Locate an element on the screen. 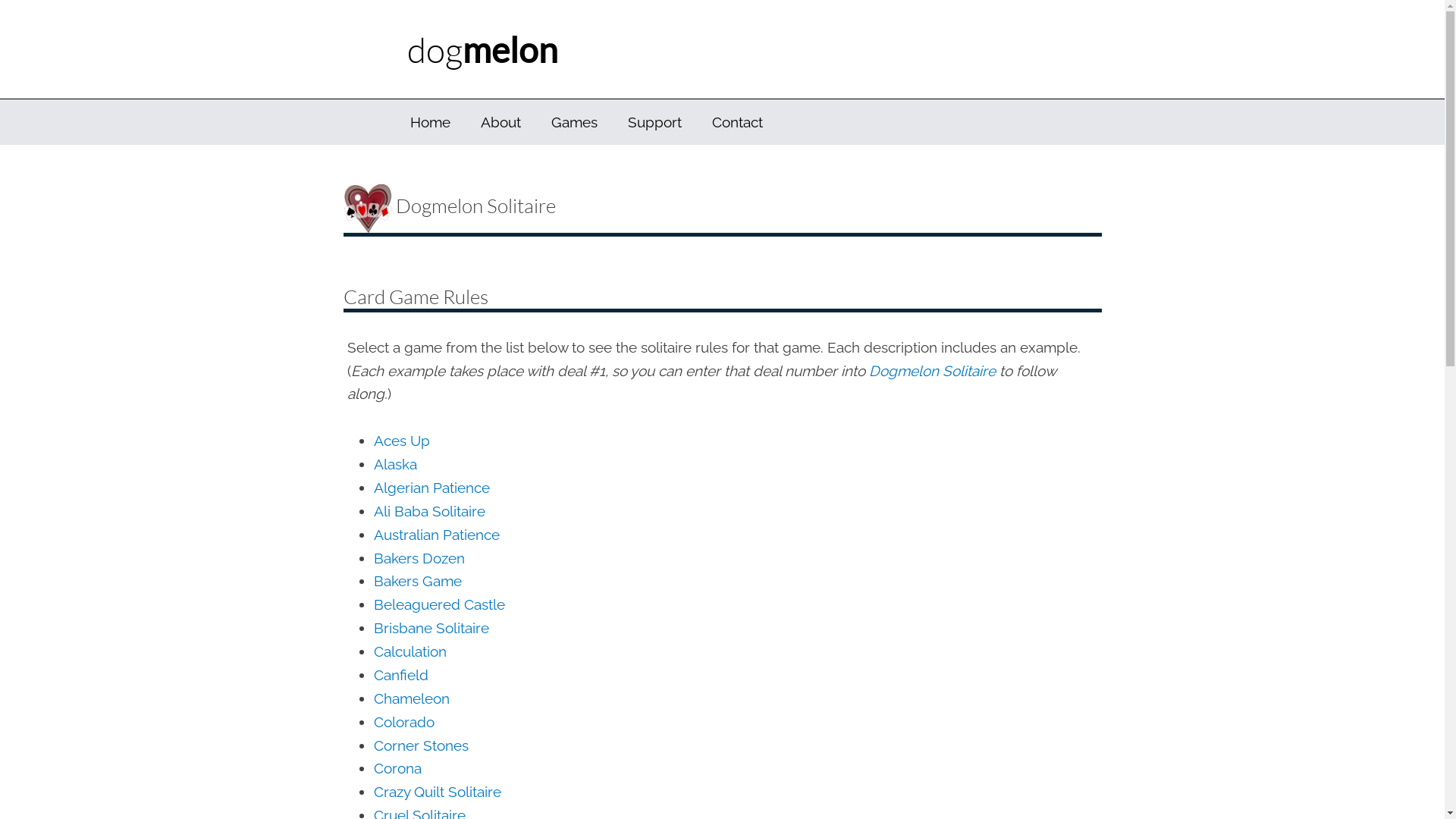 The height and width of the screenshot is (819, 1456). 'Contact' is located at coordinates (736, 121).